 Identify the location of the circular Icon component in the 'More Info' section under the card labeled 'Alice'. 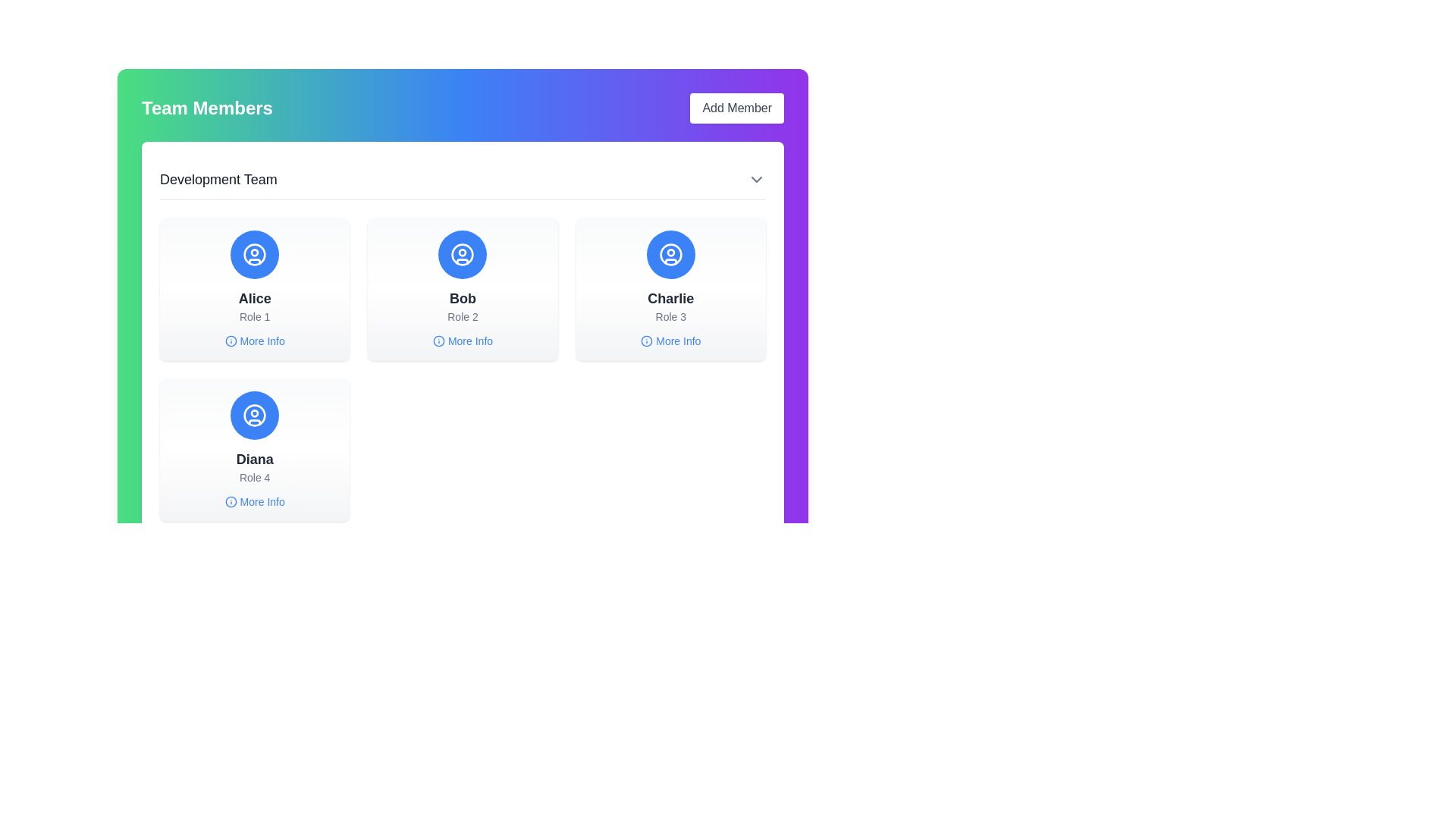
(230, 341).